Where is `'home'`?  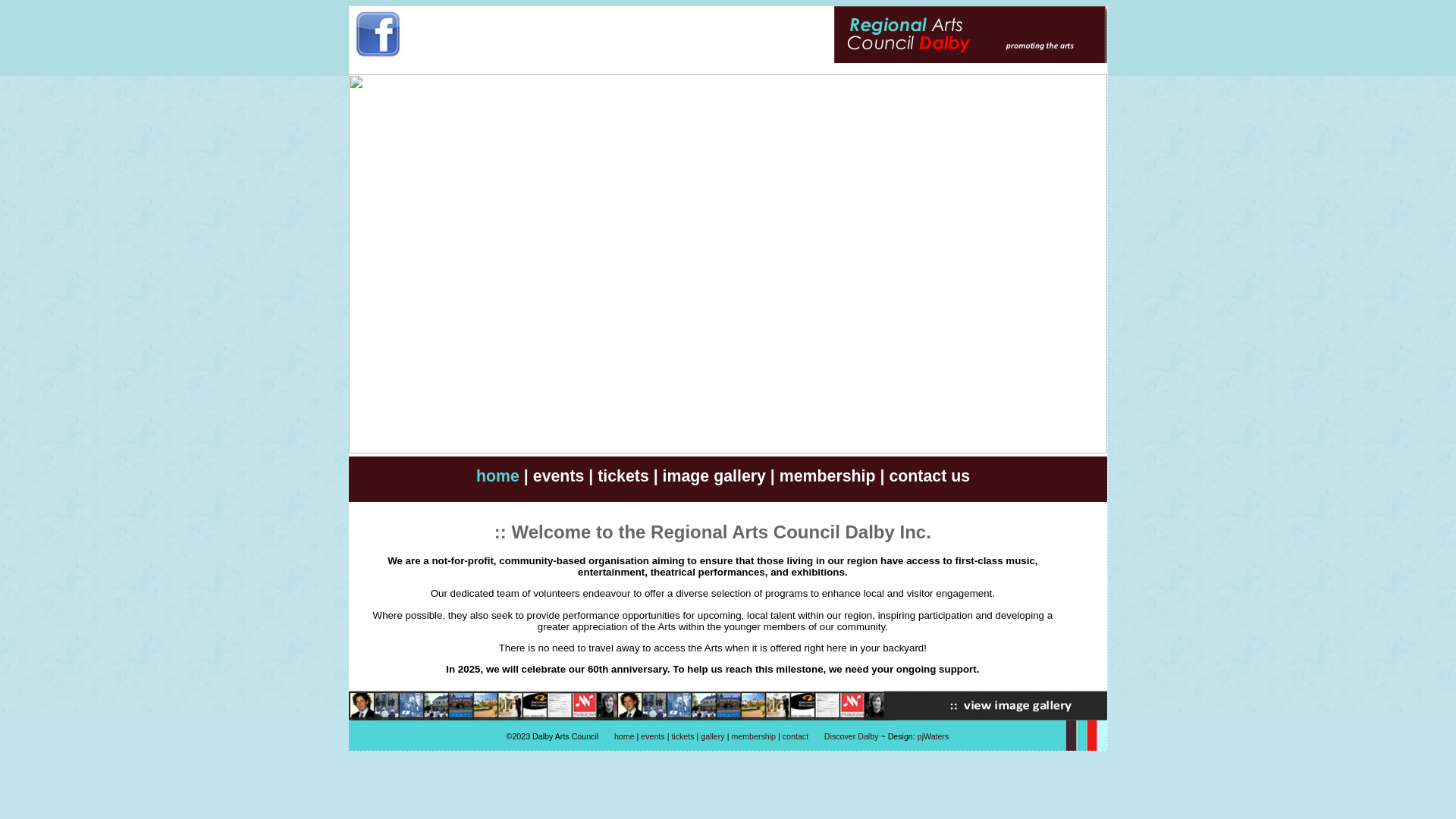
'home' is located at coordinates (497, 475).